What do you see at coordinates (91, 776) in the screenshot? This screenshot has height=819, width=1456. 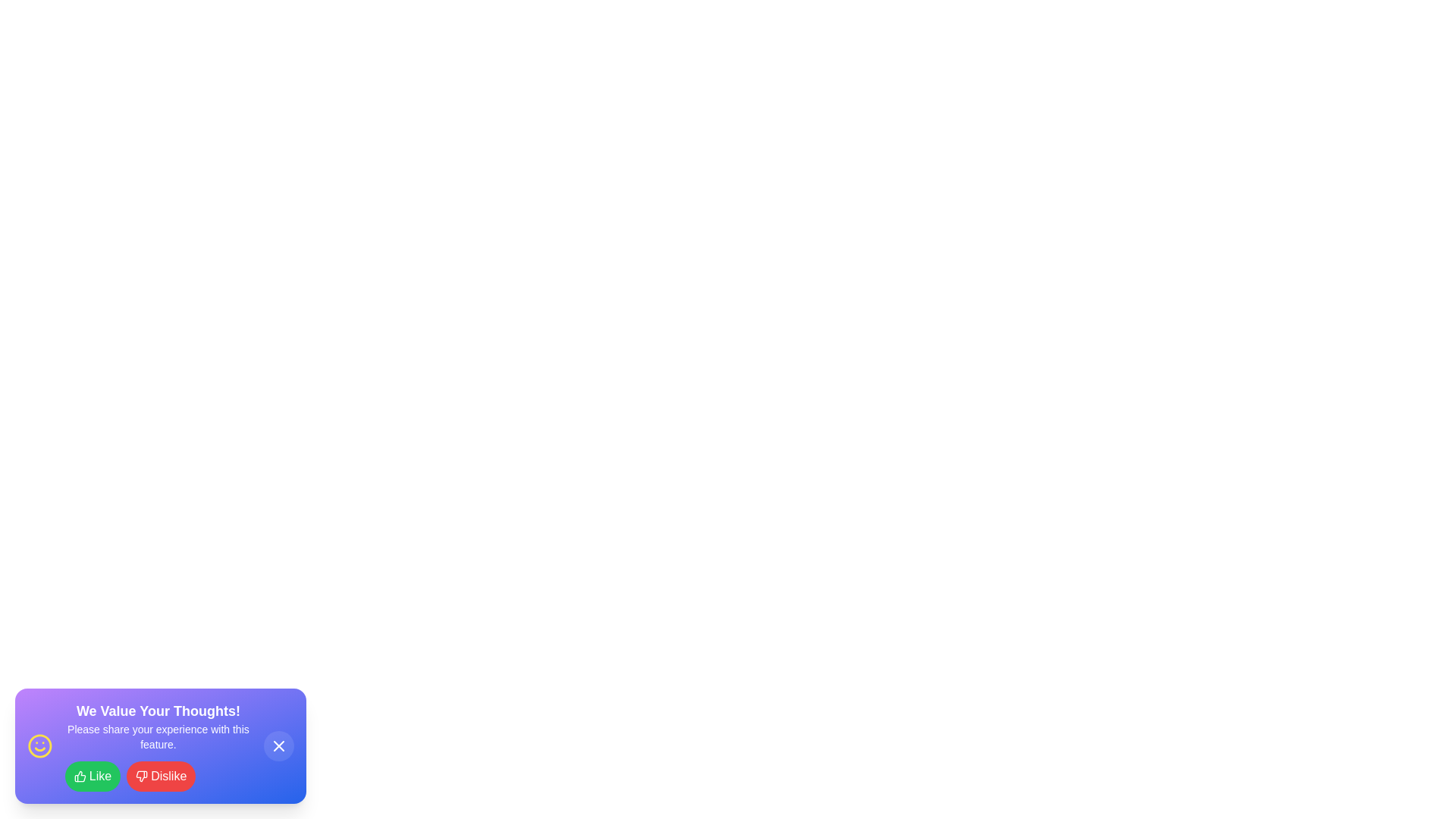 I see `the Like button to observe its visual effect` at bounding box center [91, 776].